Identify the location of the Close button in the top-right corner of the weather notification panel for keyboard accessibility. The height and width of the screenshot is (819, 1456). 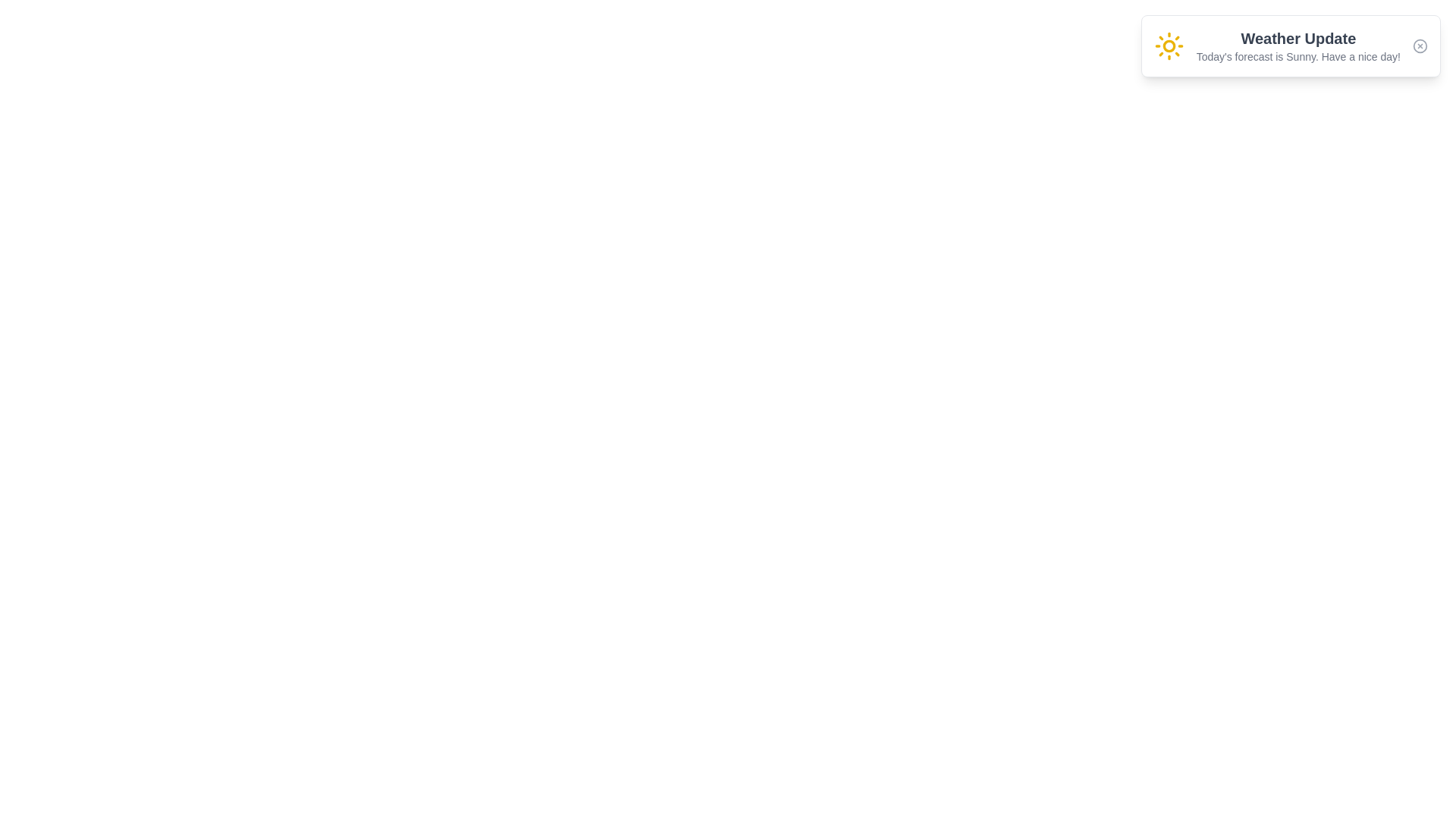
(1419, 45).